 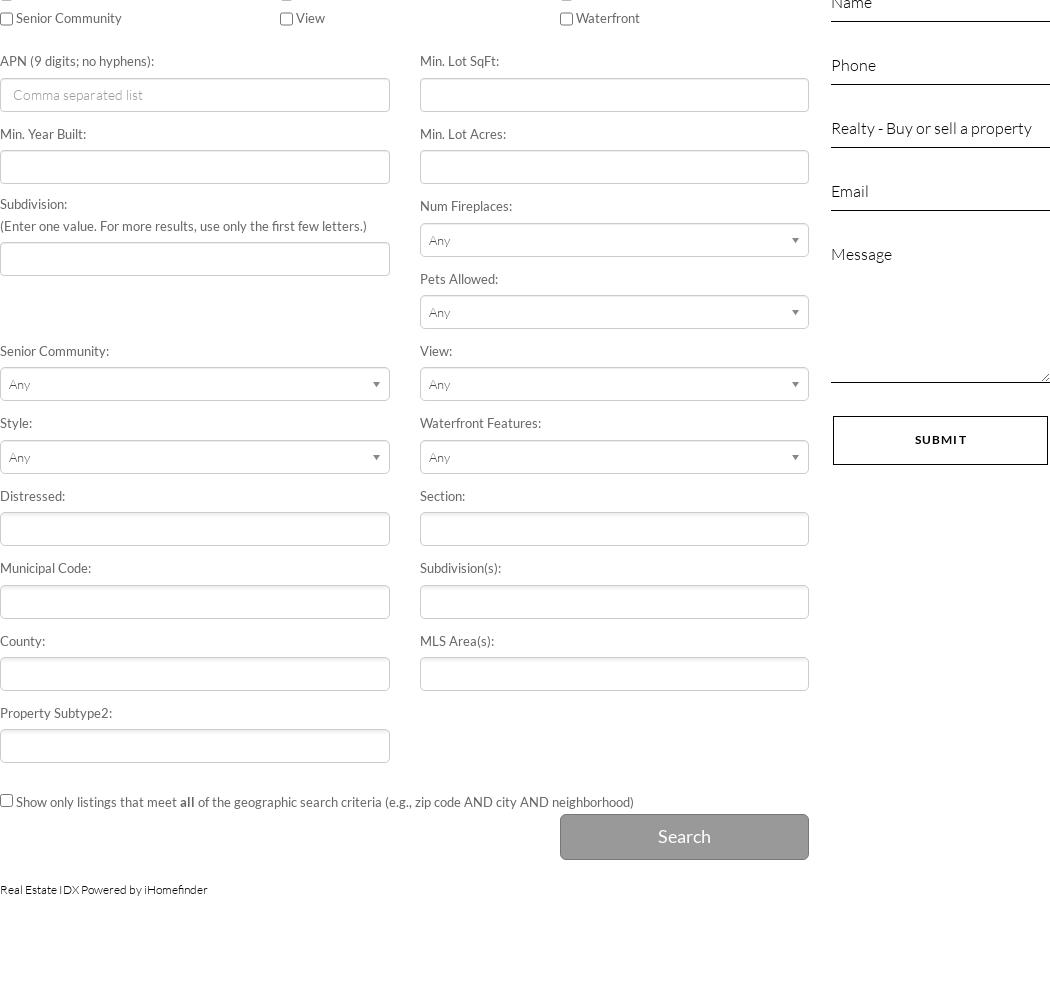 I want to click on 'Property Subtype2:', so click(x=54, y=712).